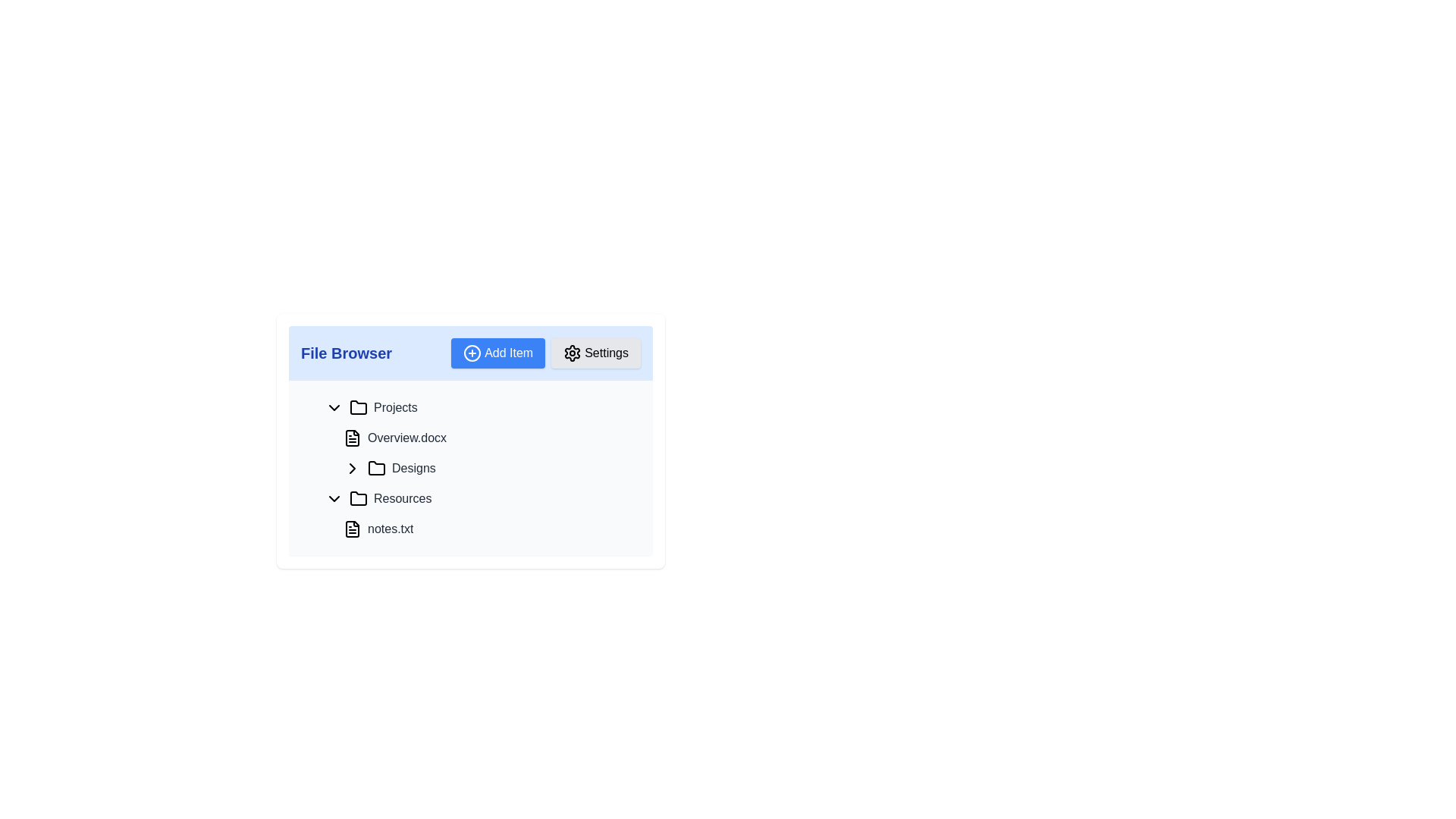 This screenshot has width=1456, height=819. What do you see at coordinates (607, 353) in the screenshot?
I see `the Text Label that describes the settings button, located at the top-right corner of the interface, next to the 'Add Item' button` at bounding box center [607, 353].